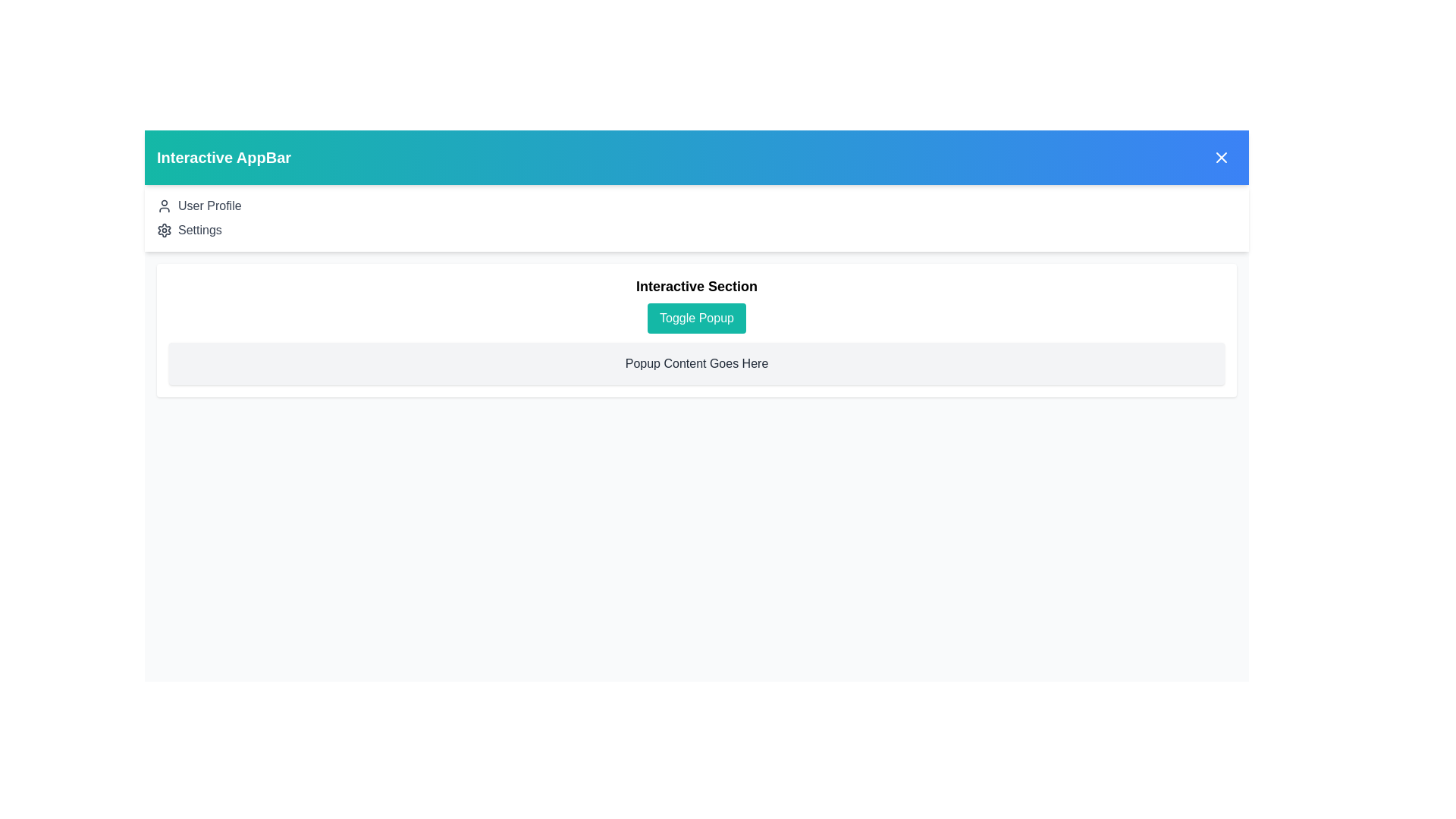 The image size is (1456, 819). I want to click on the navigation item User Profile, so click(209, 206).